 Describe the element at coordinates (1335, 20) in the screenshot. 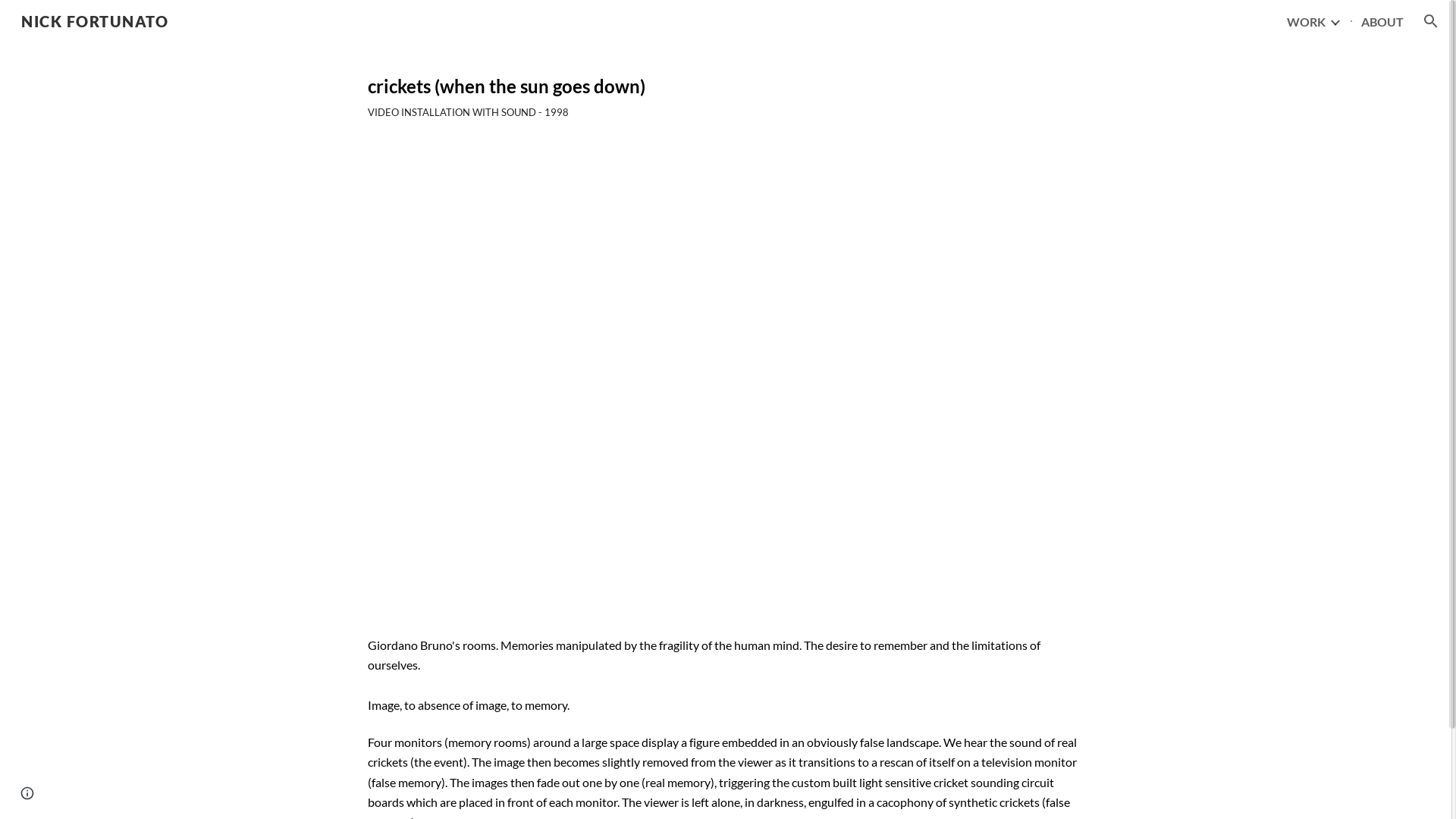

I see `'Expand/Collapse'` at that location.